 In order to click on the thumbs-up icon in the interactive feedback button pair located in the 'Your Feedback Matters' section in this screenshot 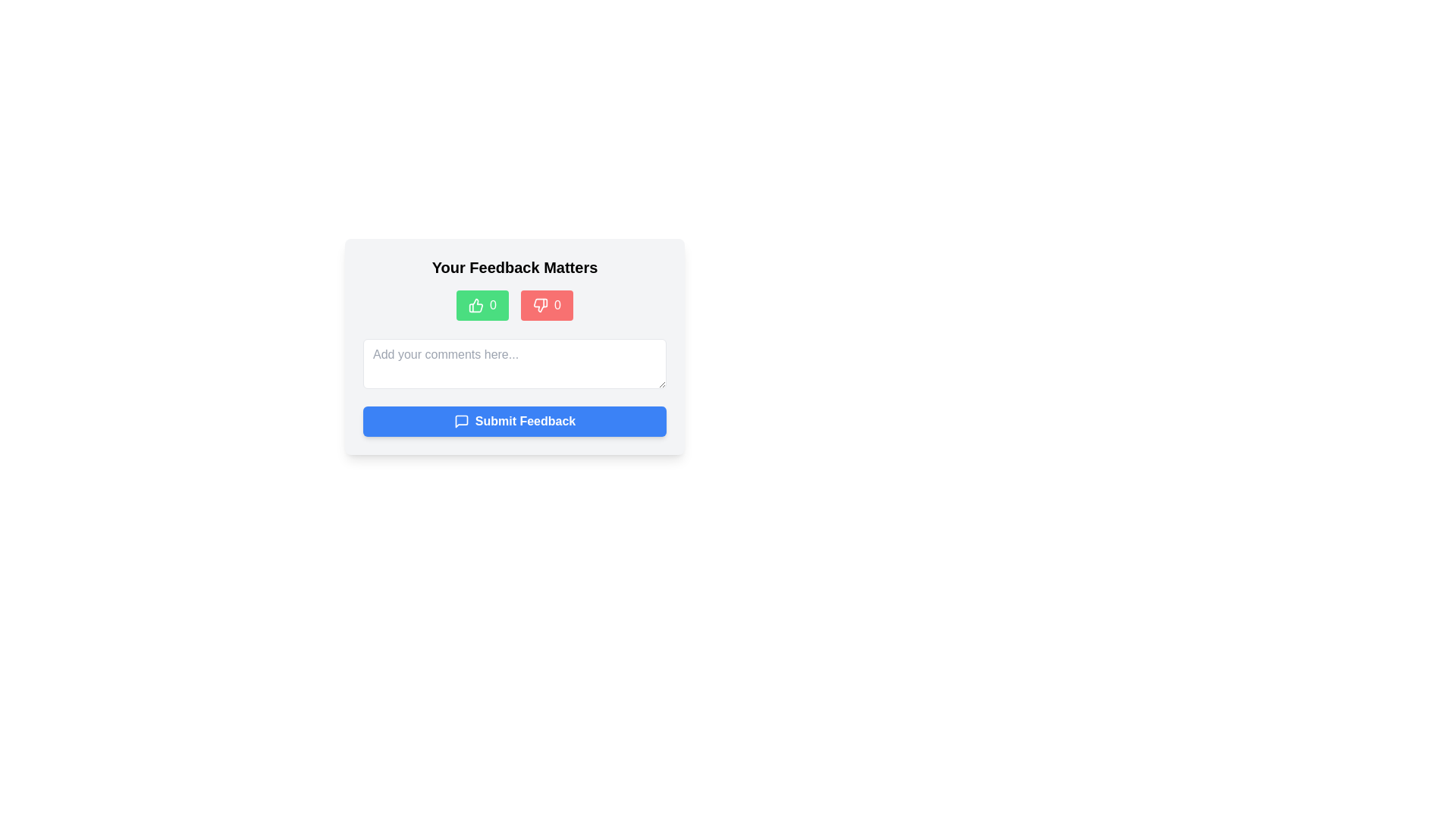, I will do `click(514, 305)`.